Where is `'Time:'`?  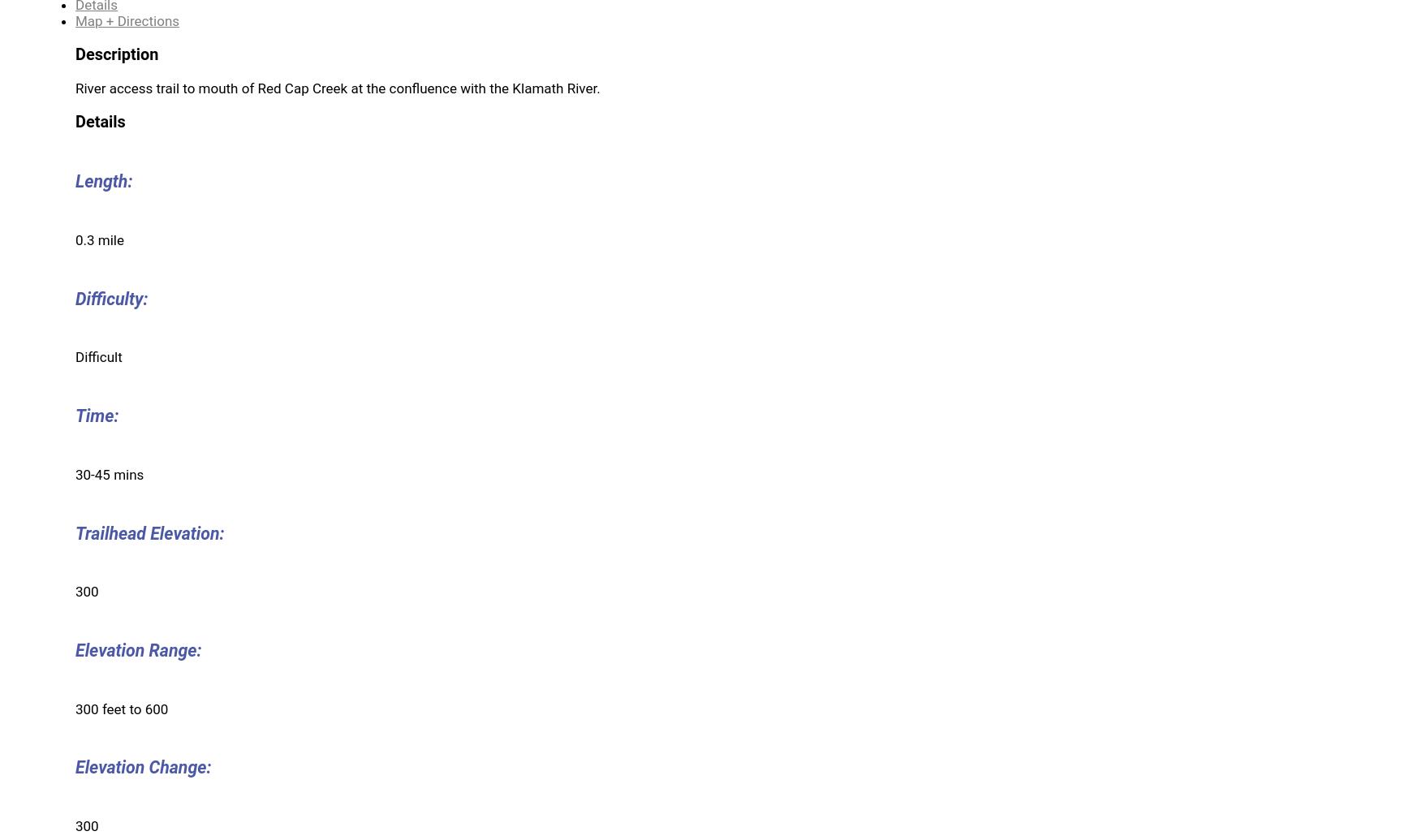 'Time:' is located at coordinates (97, 416).